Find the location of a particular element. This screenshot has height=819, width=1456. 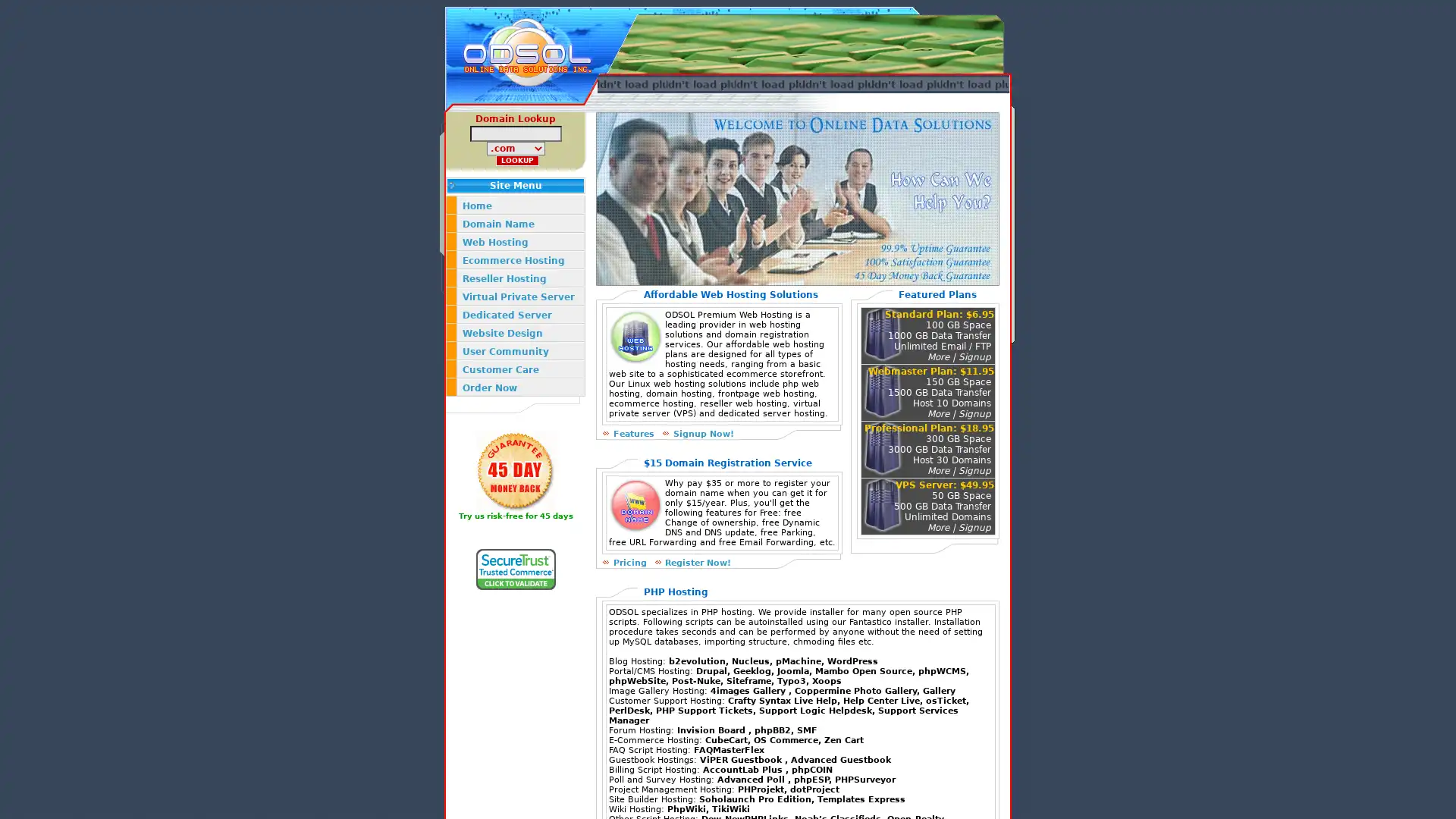

LOOKUP is located at coordinates (517, 161).